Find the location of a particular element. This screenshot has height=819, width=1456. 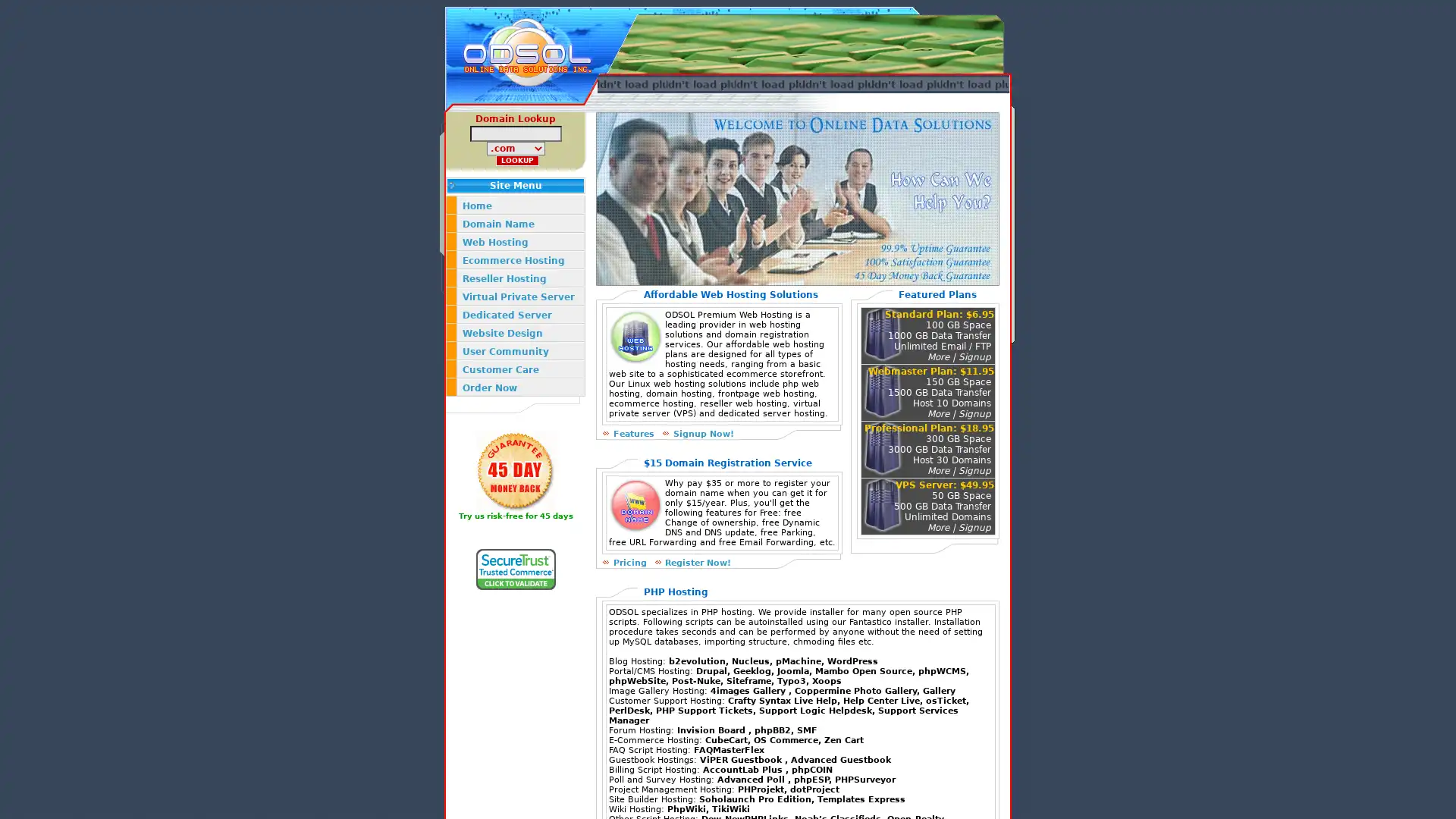

LOOKUP is located at coordinates (517, 161).